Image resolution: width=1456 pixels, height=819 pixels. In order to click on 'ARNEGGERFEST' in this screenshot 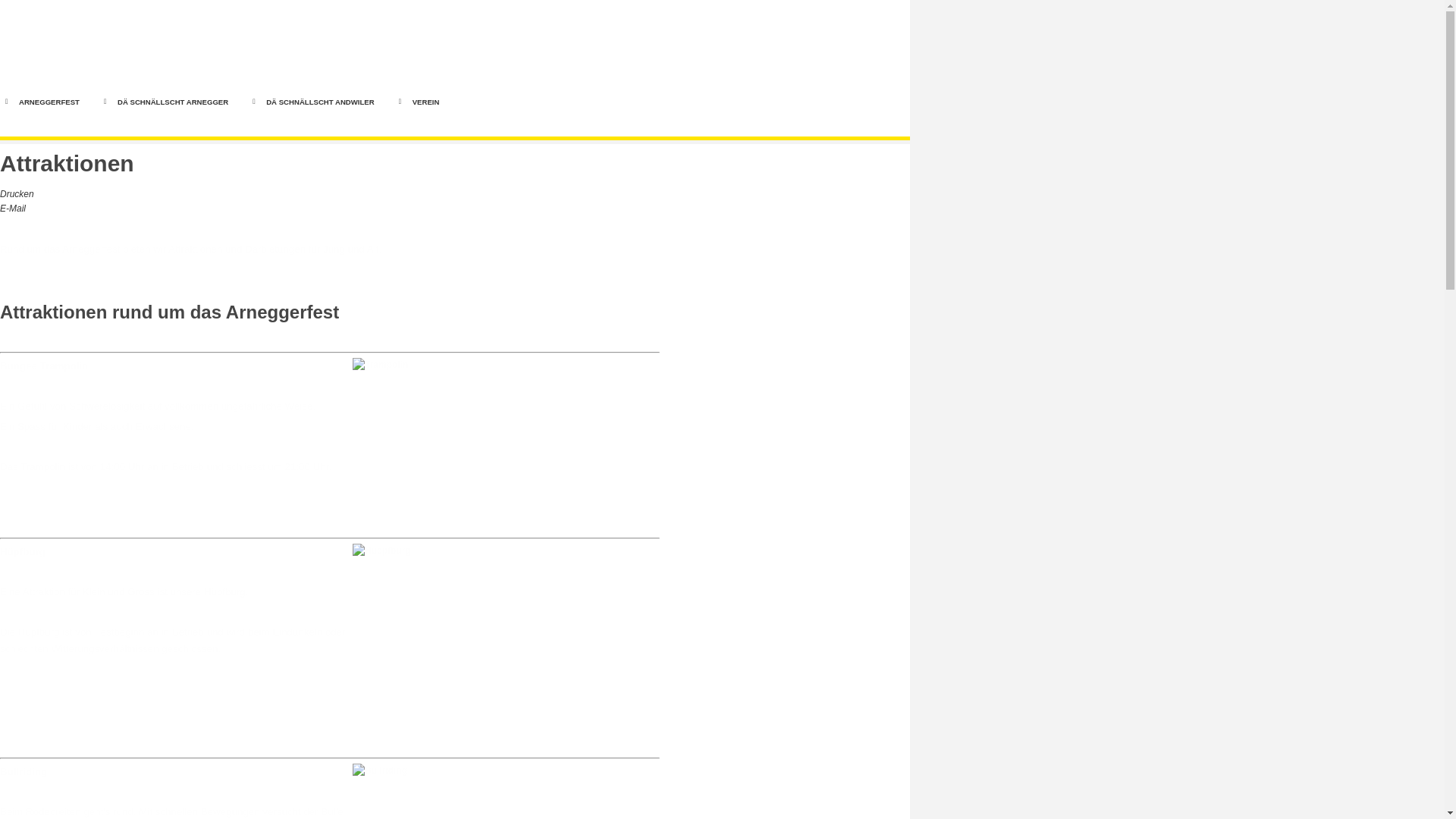, I will do `click(49, 102)`.